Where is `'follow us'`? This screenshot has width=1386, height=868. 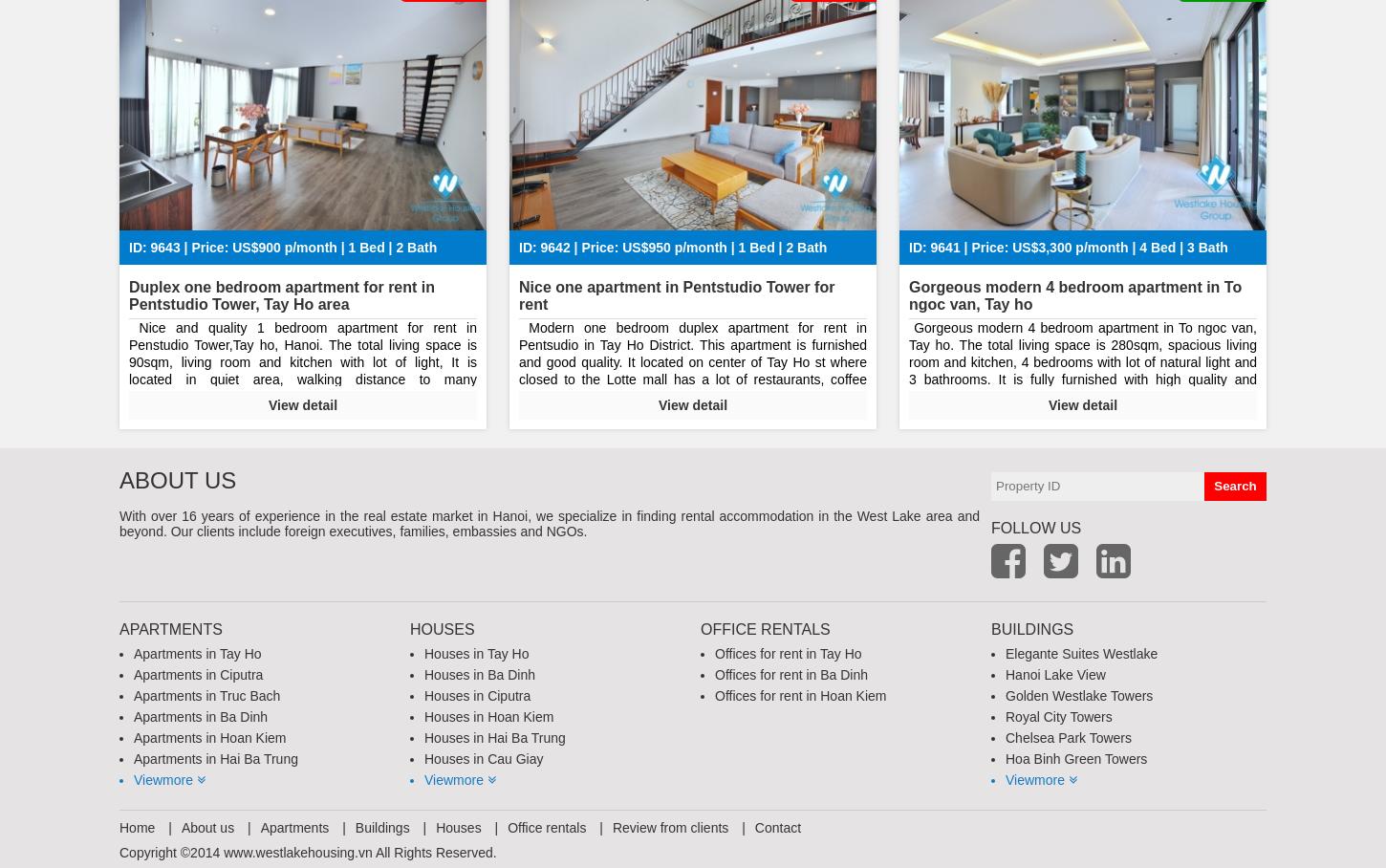 'follow us' is located at coordinates (1036, 526).